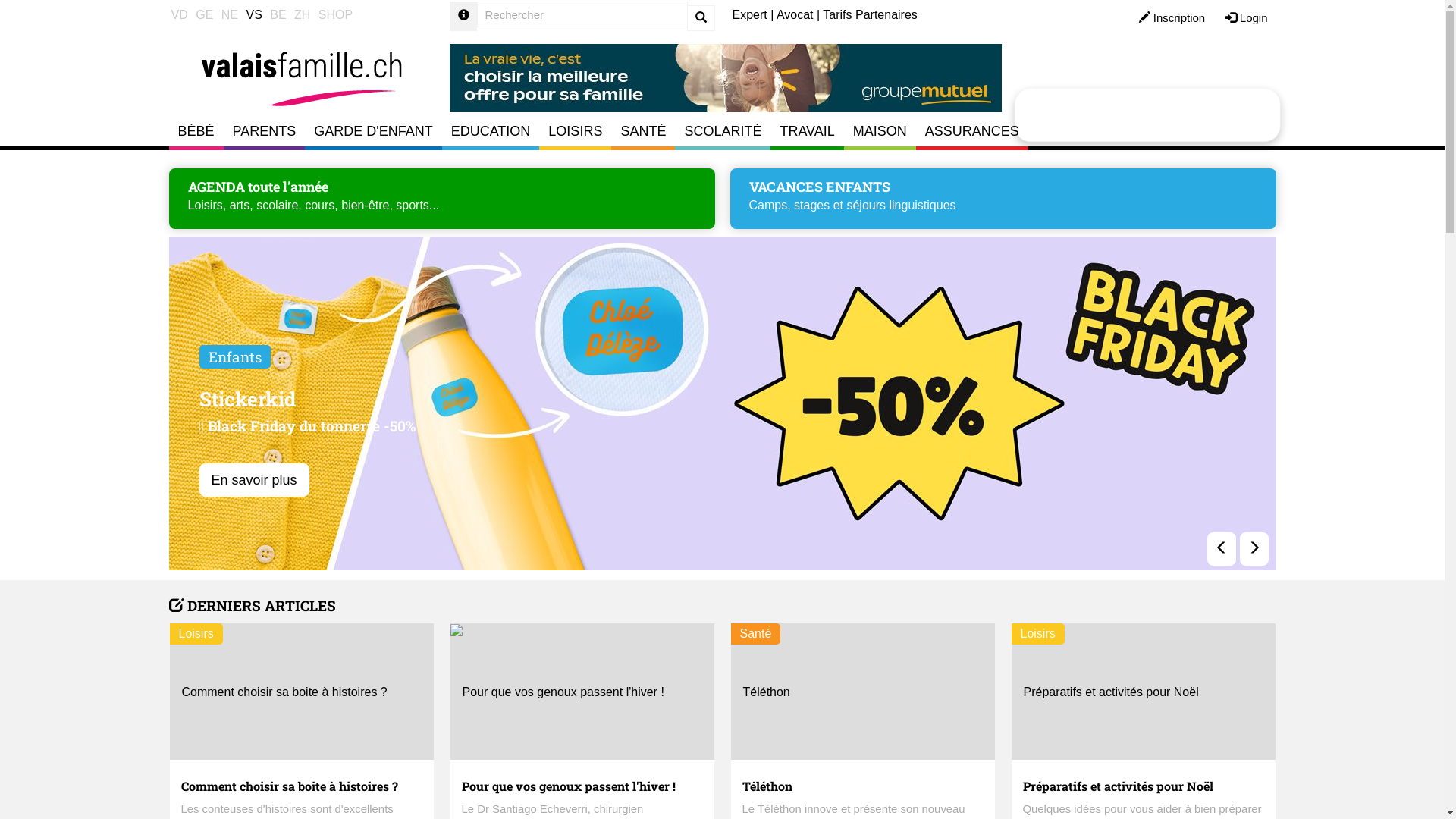 The image size is (1456, 819). What do you see at coordinates (870, 14) in the screenshot?
I see `'Tarifs Partenaires'` at bounding box center [870, 14].